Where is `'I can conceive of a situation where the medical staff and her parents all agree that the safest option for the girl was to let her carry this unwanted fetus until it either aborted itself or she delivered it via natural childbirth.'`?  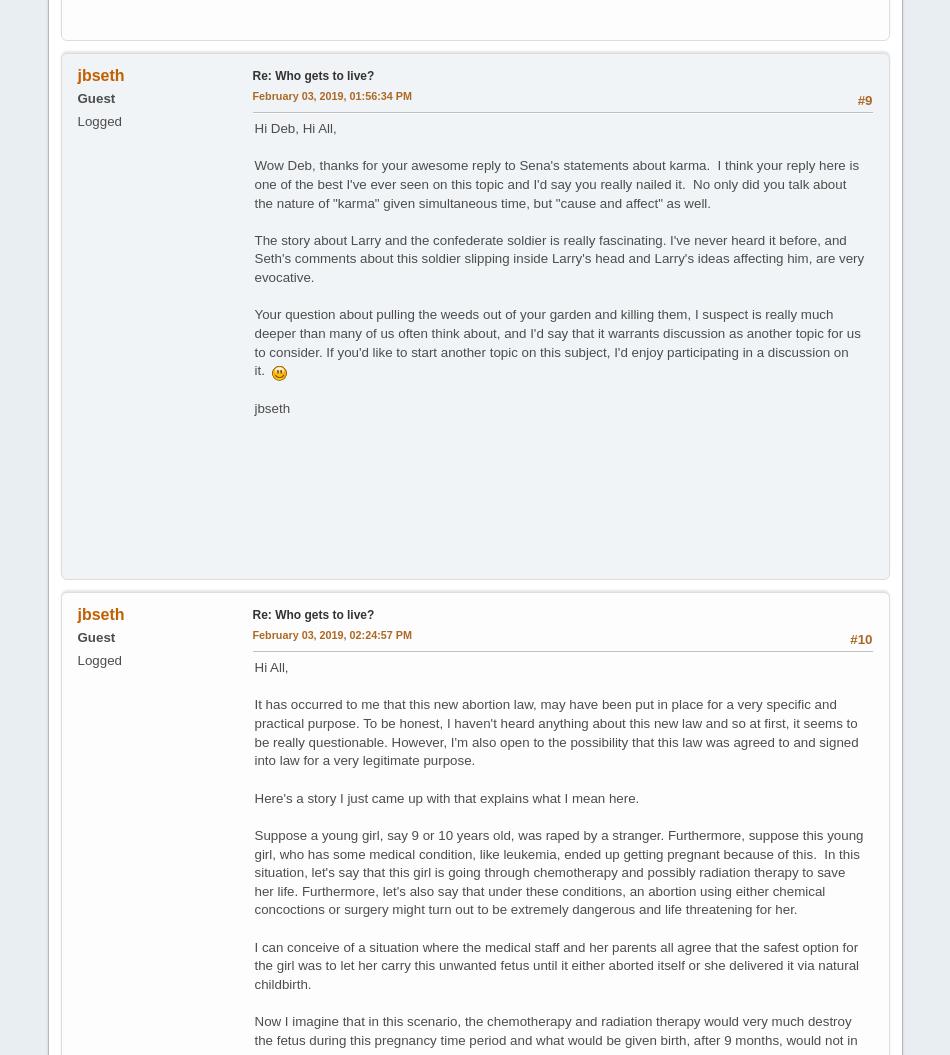 'I can conceive of a situation where the medical staff and her parents all agree that the safest option for the girl was to let her carry this unwanted fetus until it either aborted itself or she delivered it via natural childbirth.' is located at coordinates (556, 965).